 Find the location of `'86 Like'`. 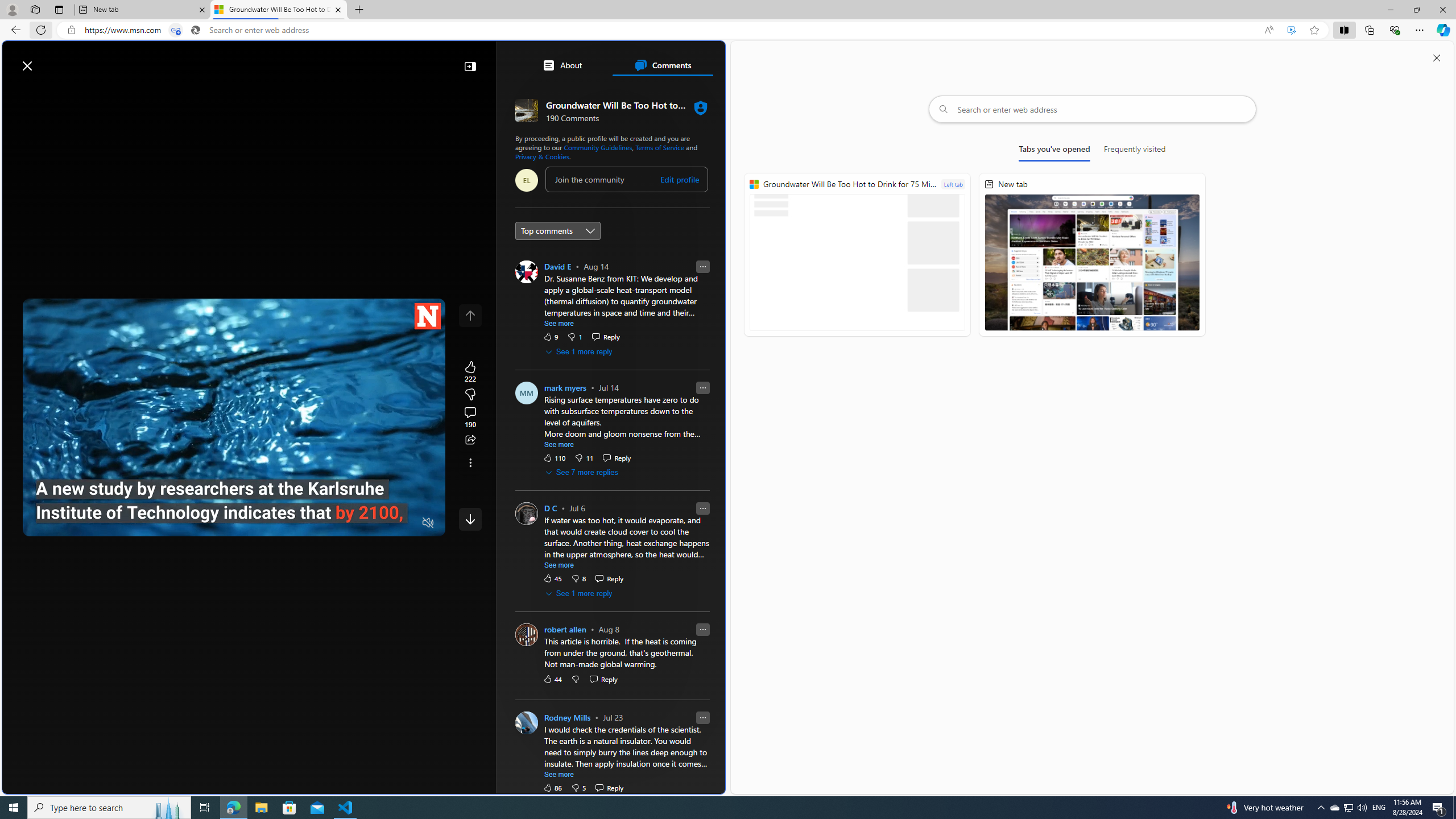

'86 Like' is located at coordinates (552, 787).